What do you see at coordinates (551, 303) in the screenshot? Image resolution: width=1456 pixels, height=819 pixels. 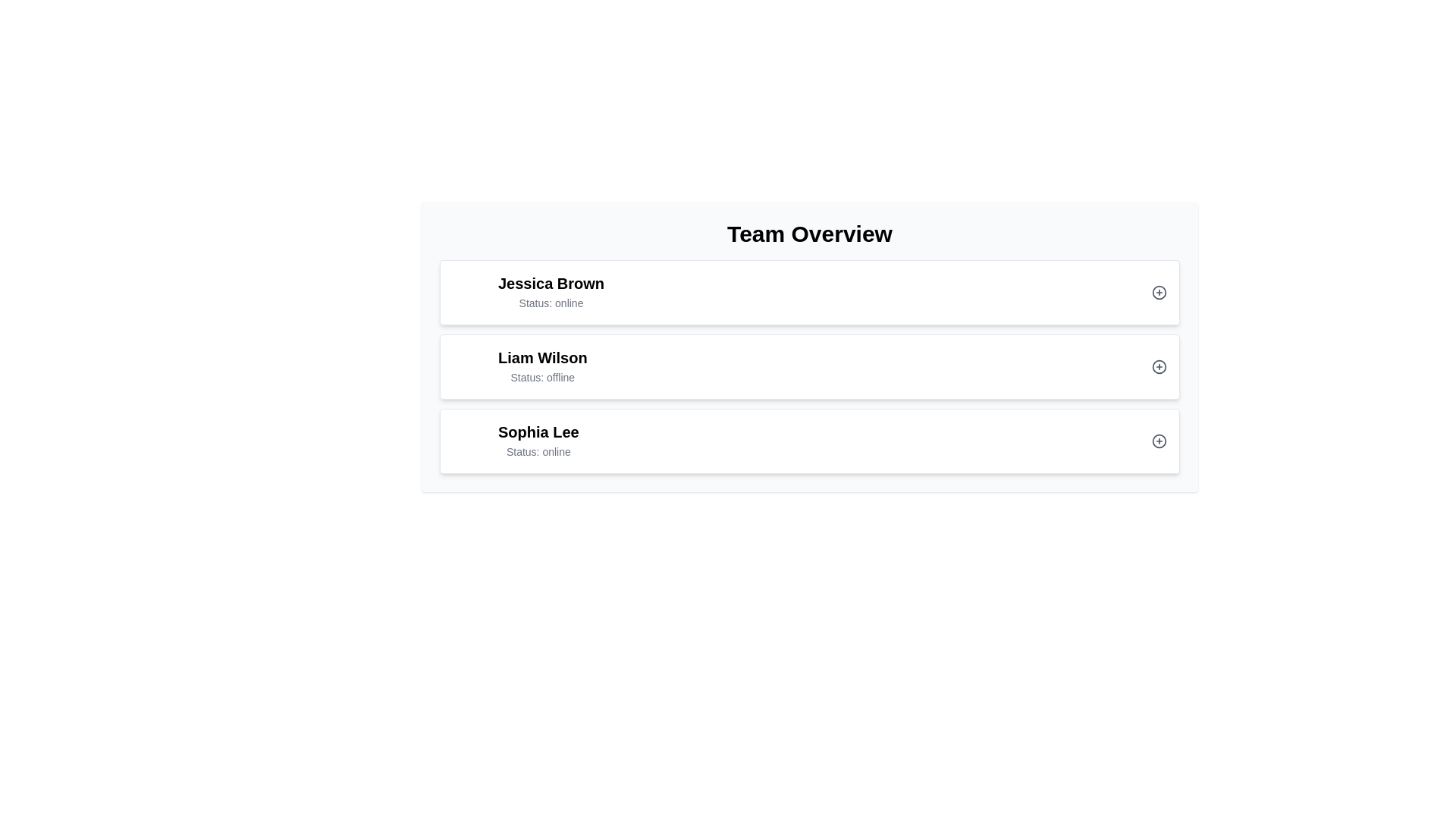 I see `the text label indicating the online status of 'Jessica Brown', which is located below her name in the top card of the vertical stack` at bounding box center [551, 303].